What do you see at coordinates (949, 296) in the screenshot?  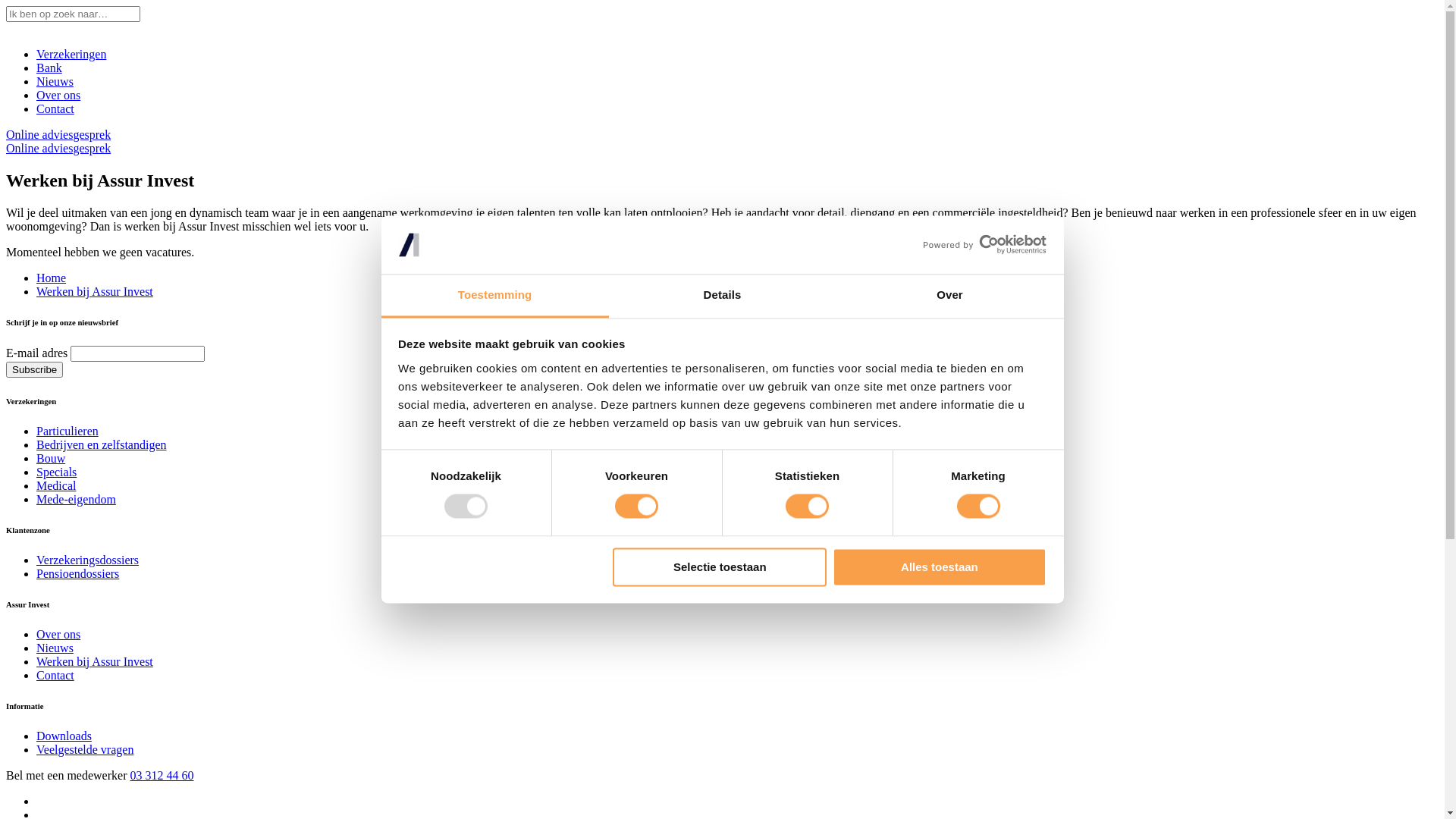 I see `'Over'` at bounding box center [949, 296].